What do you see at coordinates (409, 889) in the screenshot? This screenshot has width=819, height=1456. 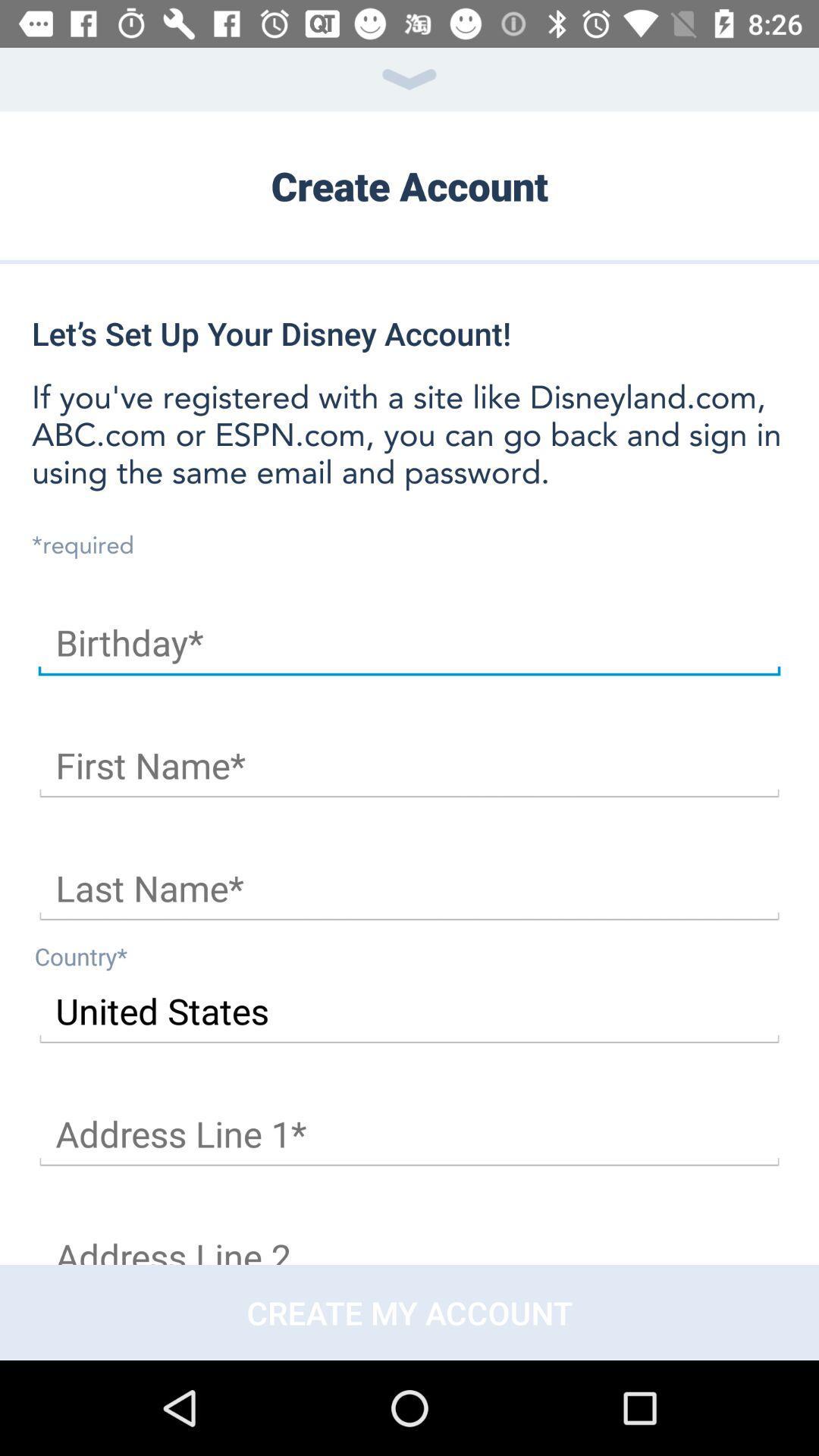 I see `last name entry field` at bounding box center [409, 889].